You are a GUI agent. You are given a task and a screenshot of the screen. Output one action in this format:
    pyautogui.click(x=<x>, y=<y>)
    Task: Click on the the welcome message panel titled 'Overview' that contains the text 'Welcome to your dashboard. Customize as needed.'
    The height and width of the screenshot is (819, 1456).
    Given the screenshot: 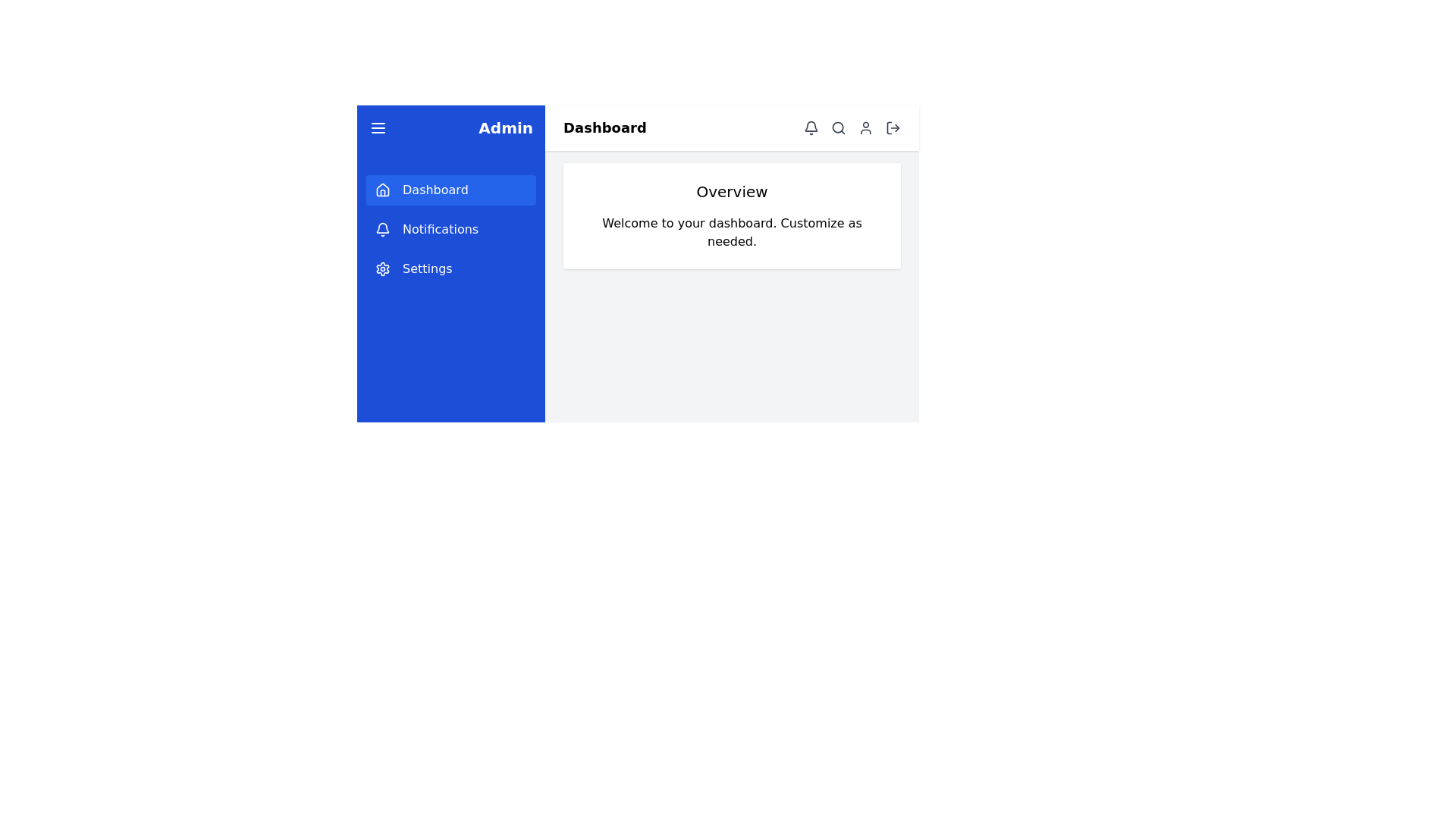 What is the action you would take?
    pyautogui.click(x=732, y=216)
    